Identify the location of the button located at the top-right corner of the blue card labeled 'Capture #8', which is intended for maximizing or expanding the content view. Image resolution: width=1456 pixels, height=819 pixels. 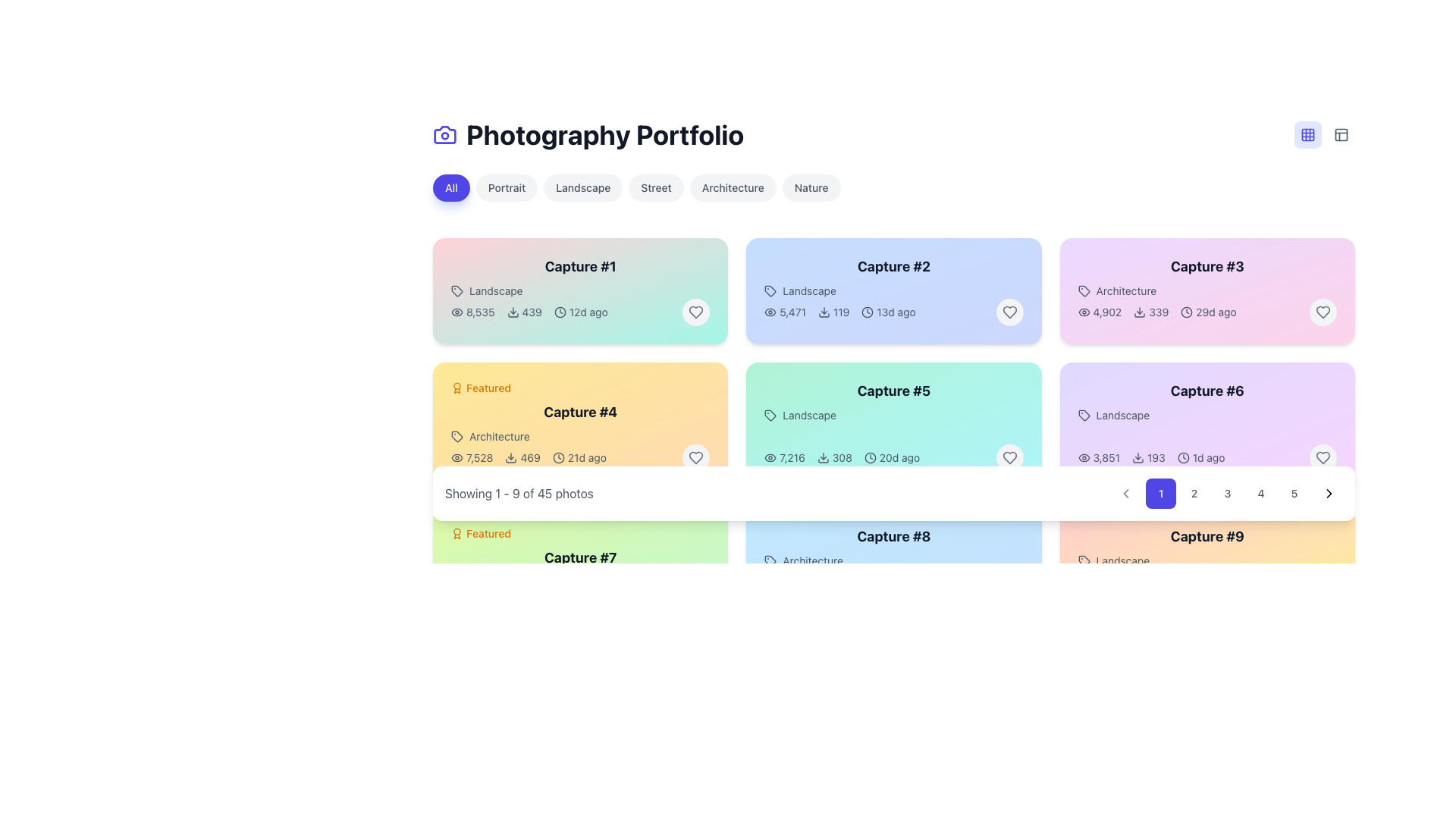
(1015, 533).